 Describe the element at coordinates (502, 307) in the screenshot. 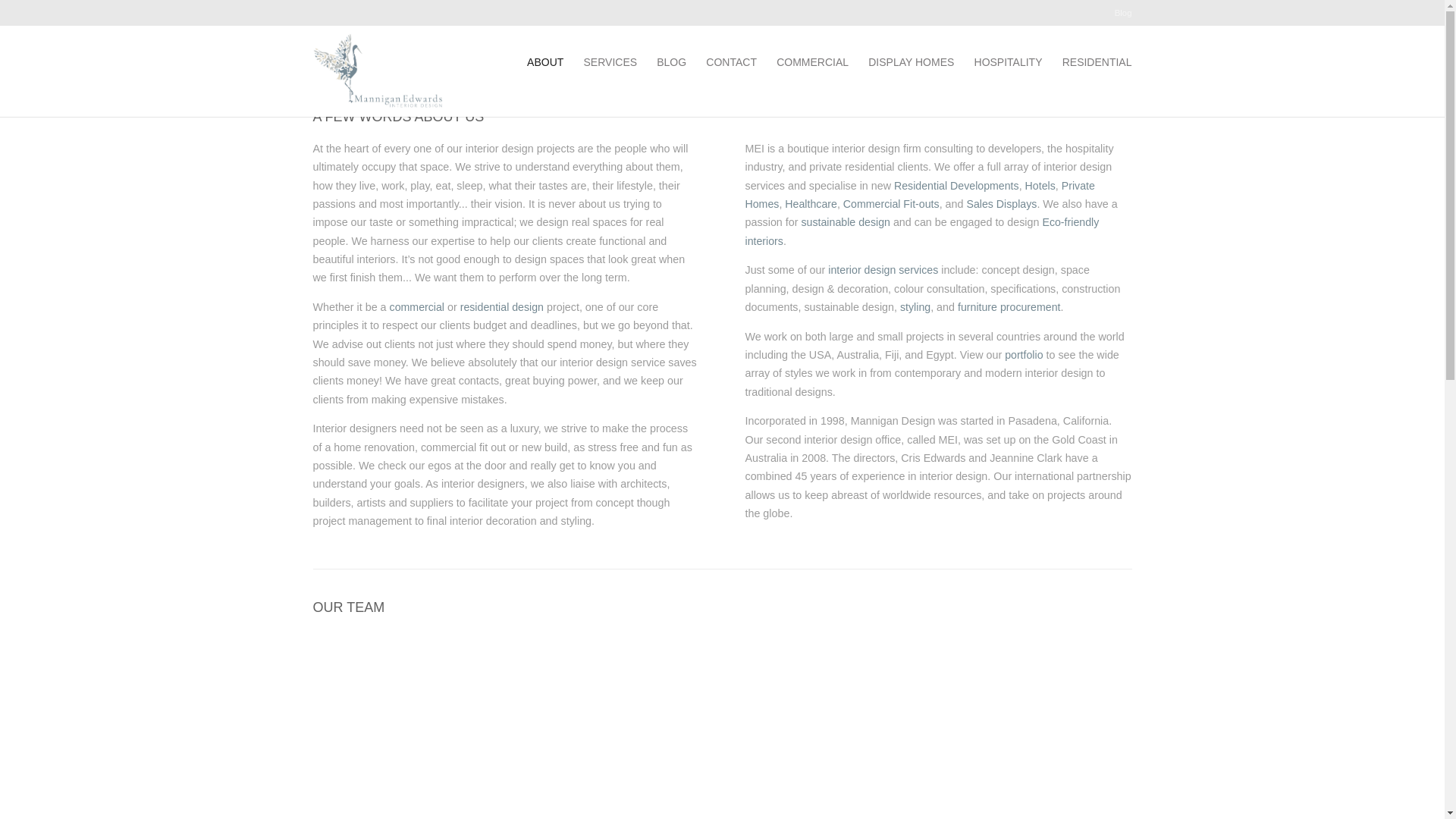

I see `'residential design'` at that location.